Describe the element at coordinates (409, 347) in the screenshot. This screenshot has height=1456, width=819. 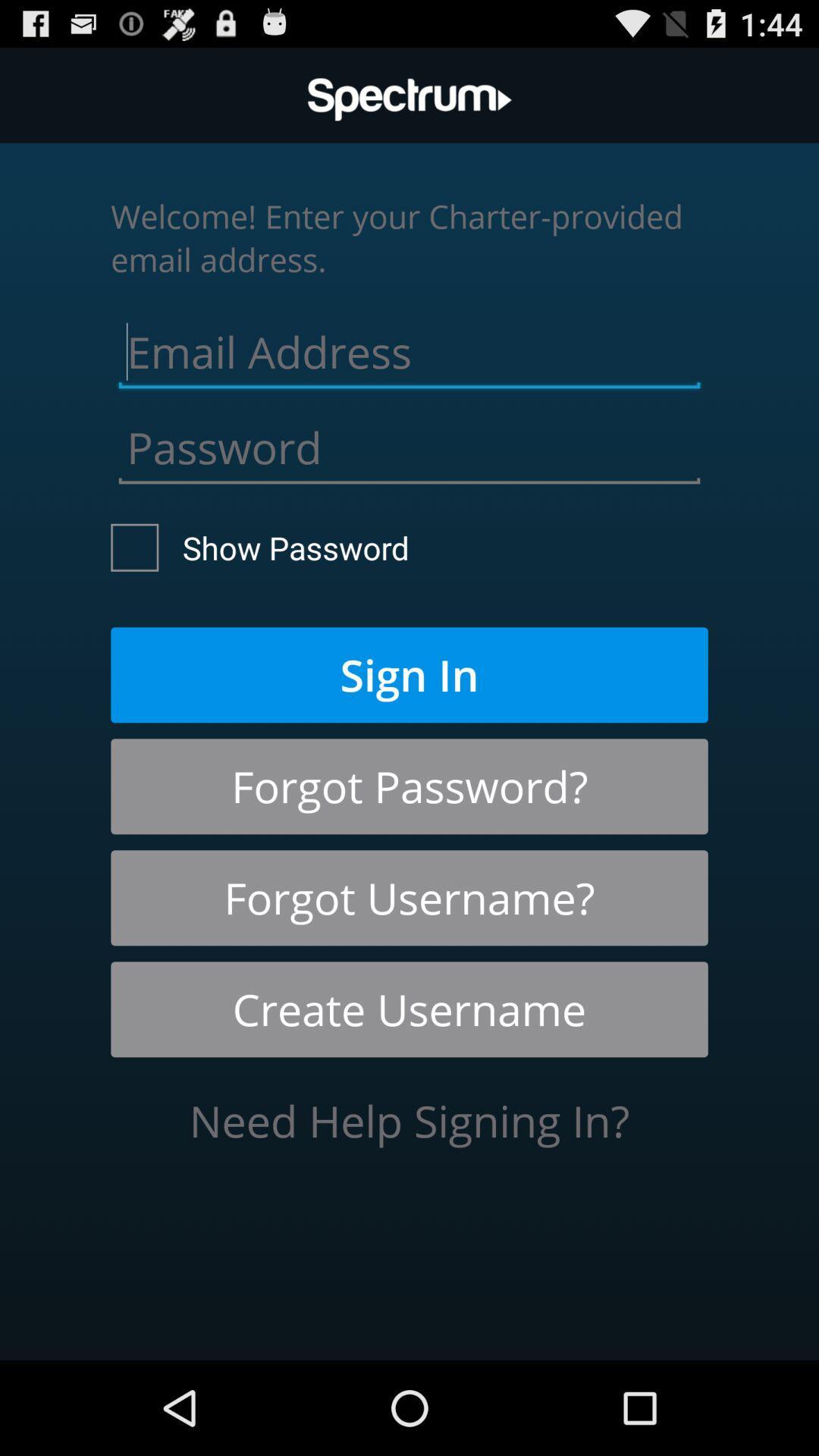
I see `your e-mail address` at that location.